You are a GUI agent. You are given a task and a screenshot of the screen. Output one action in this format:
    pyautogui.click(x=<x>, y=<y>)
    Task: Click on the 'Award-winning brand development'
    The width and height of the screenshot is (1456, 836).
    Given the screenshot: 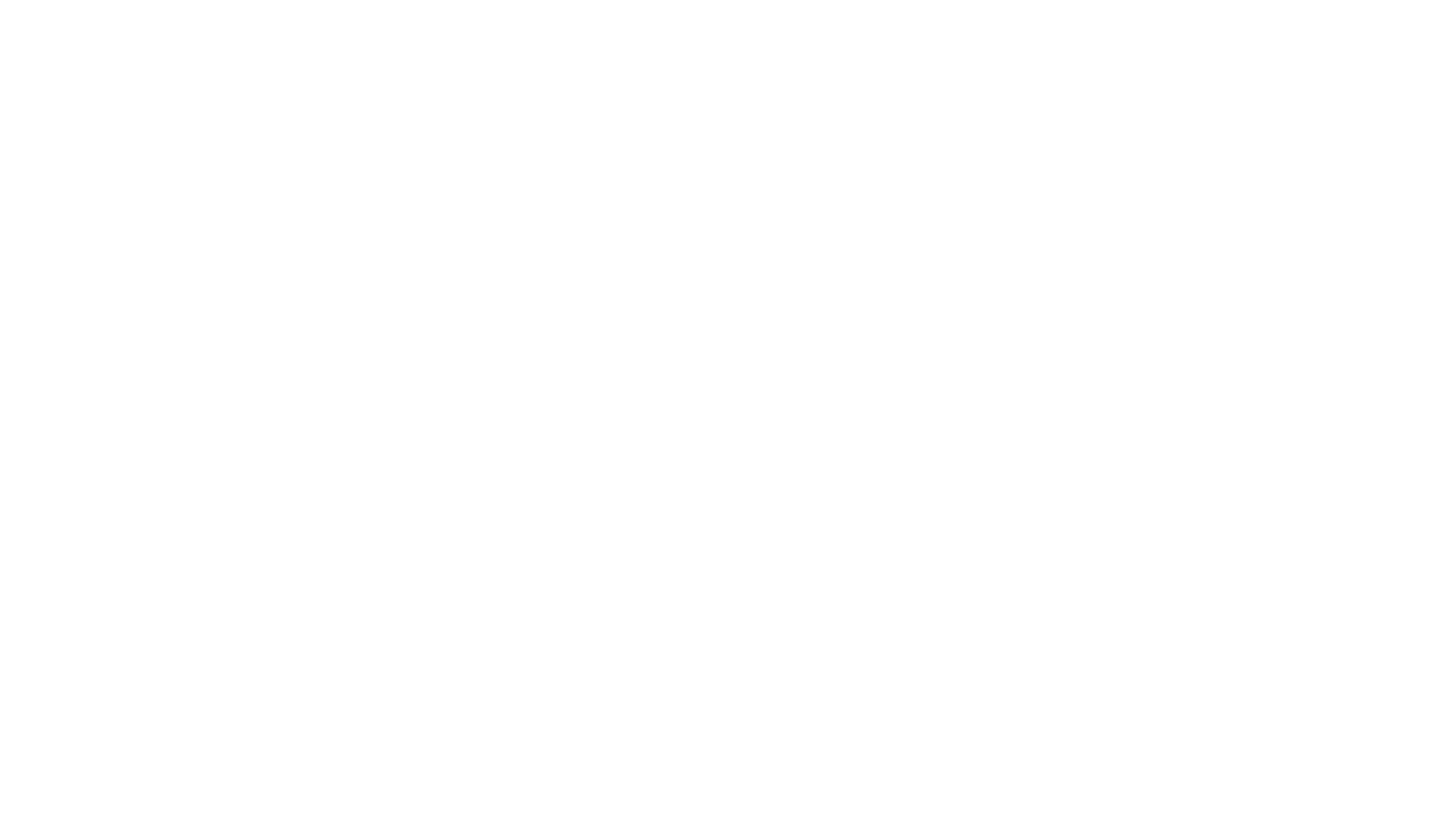 What is the action you would take?
    pyautogui.click(x=342, y=266)
    